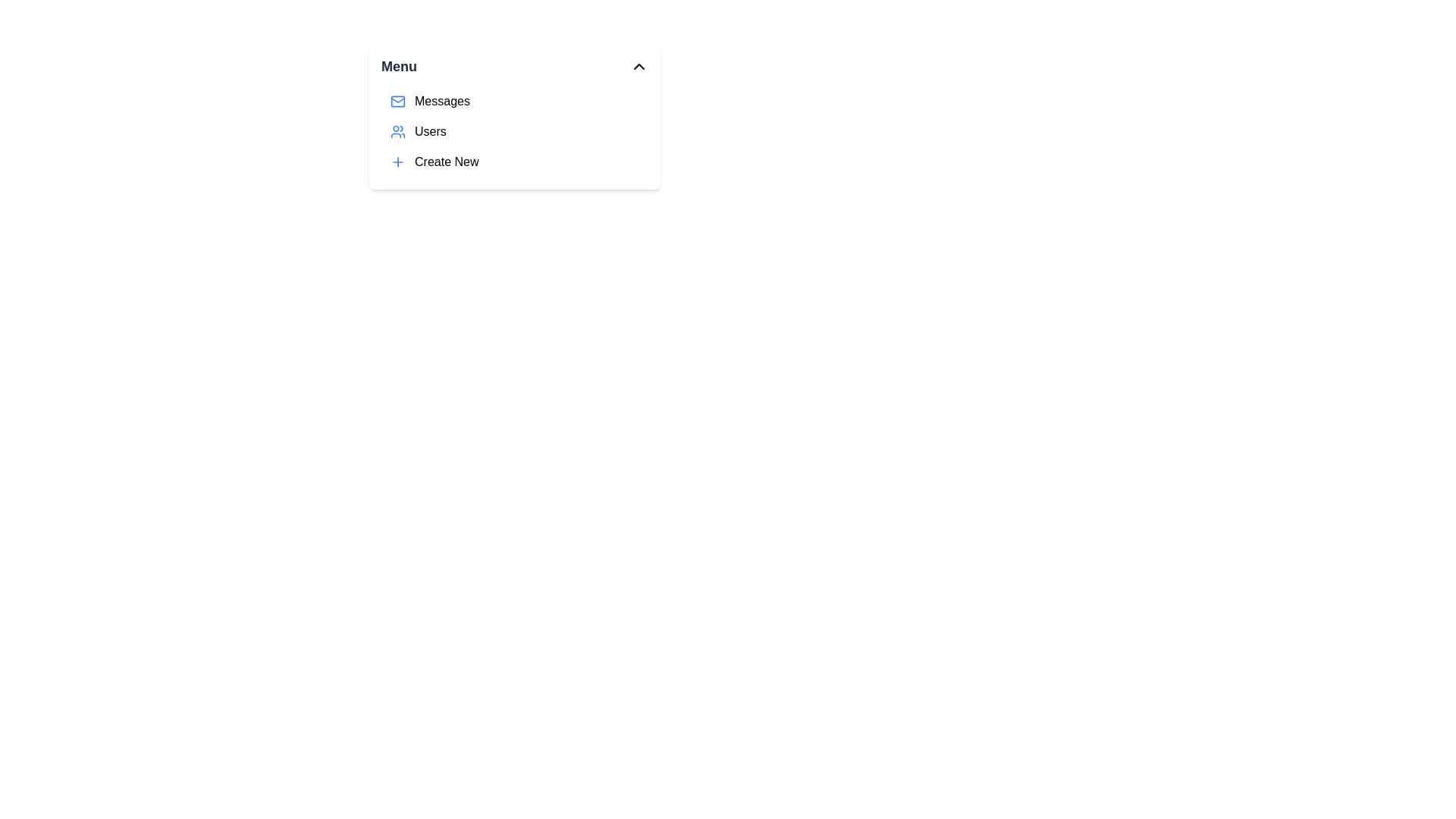  Describe the element at coordinates (429, 130) in the screenshot. I see `the 'Users' text label in the vertical menu list` at that location.